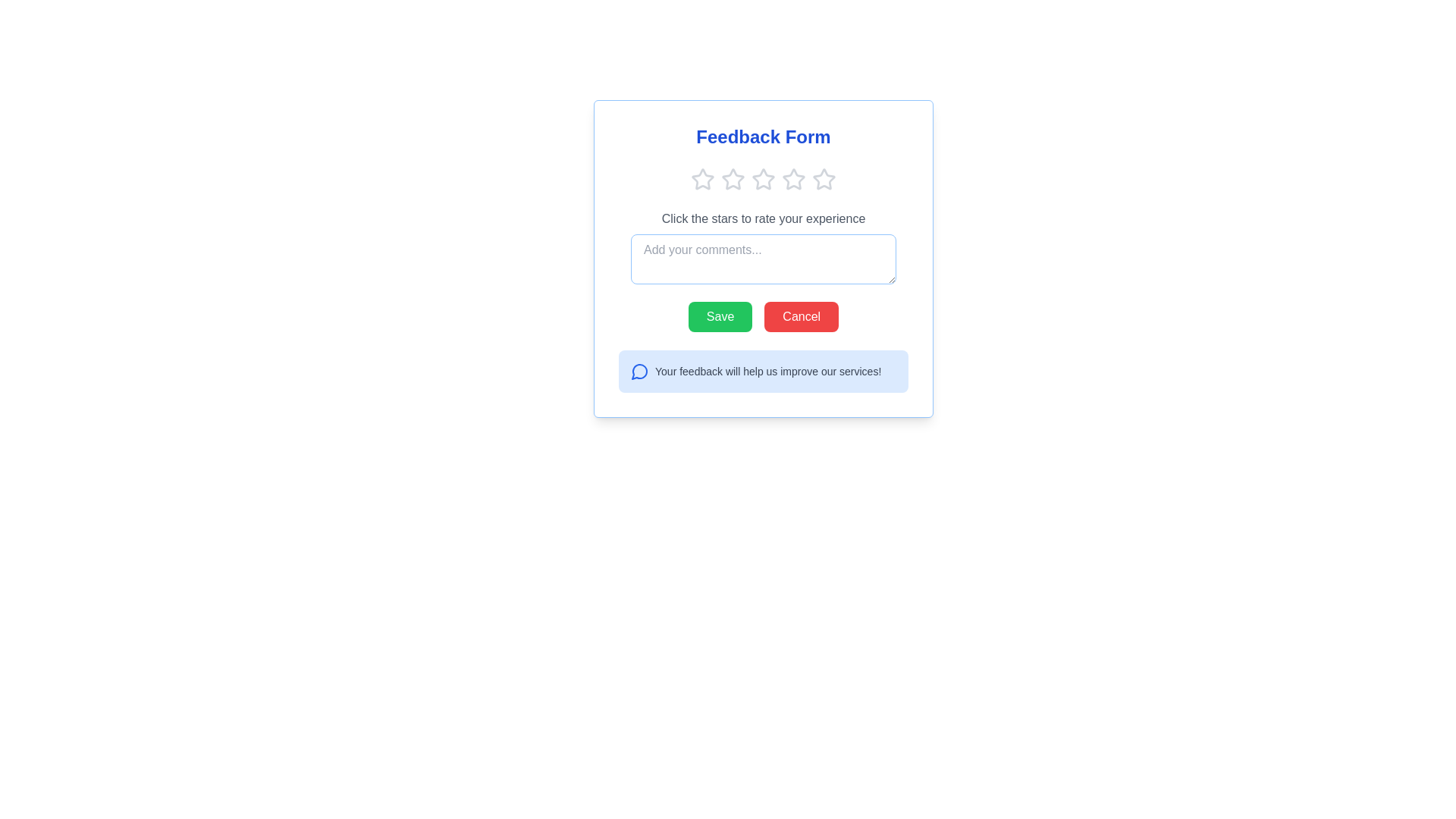 This screenshot has width=1456, height=819. Describe the element at coordinates (733, 178) in the screenshot. I see `the second star icon in the feedback form` at that location.